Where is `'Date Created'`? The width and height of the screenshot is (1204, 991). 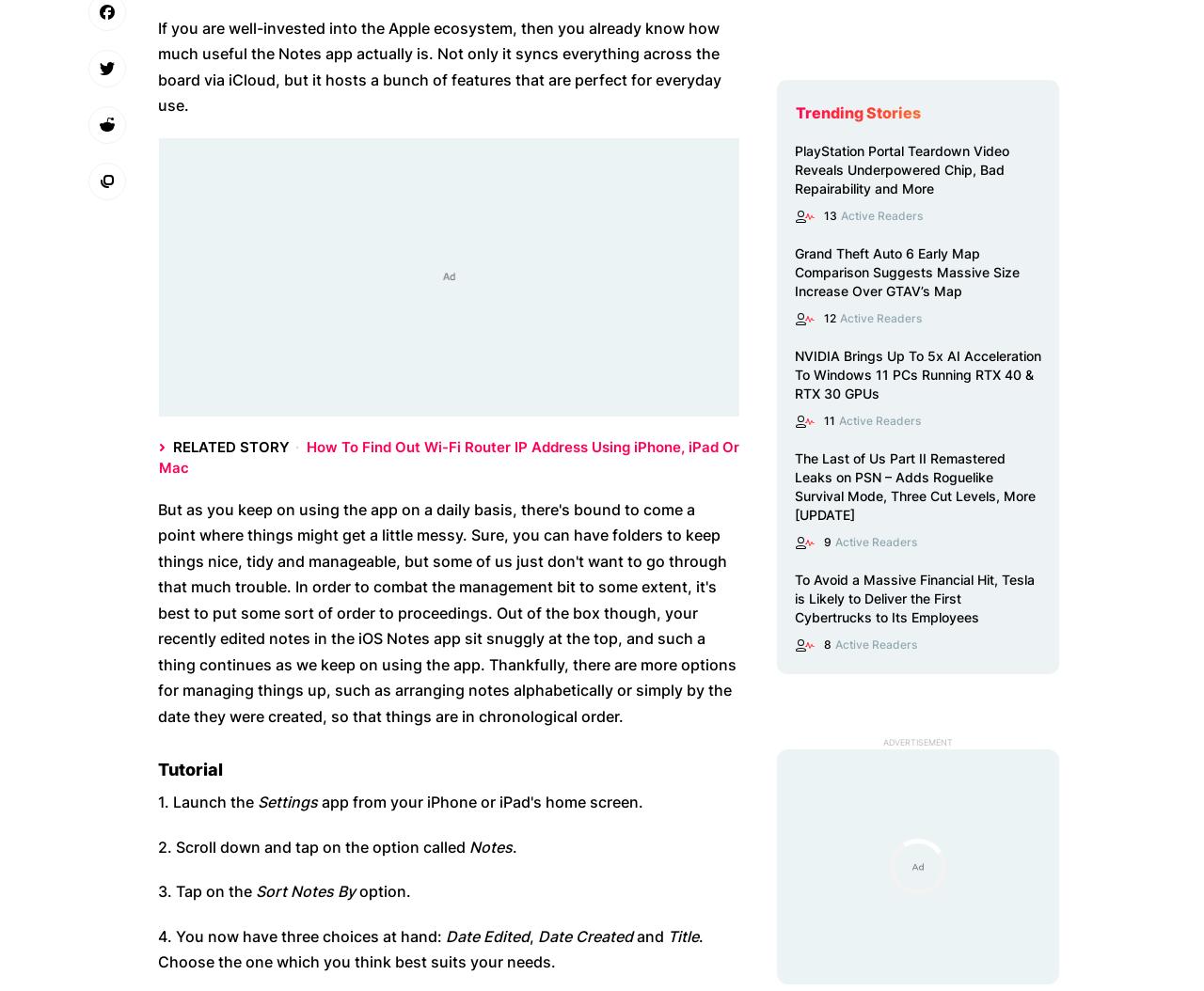 'Date Created' is located at coordinates (537, 935).